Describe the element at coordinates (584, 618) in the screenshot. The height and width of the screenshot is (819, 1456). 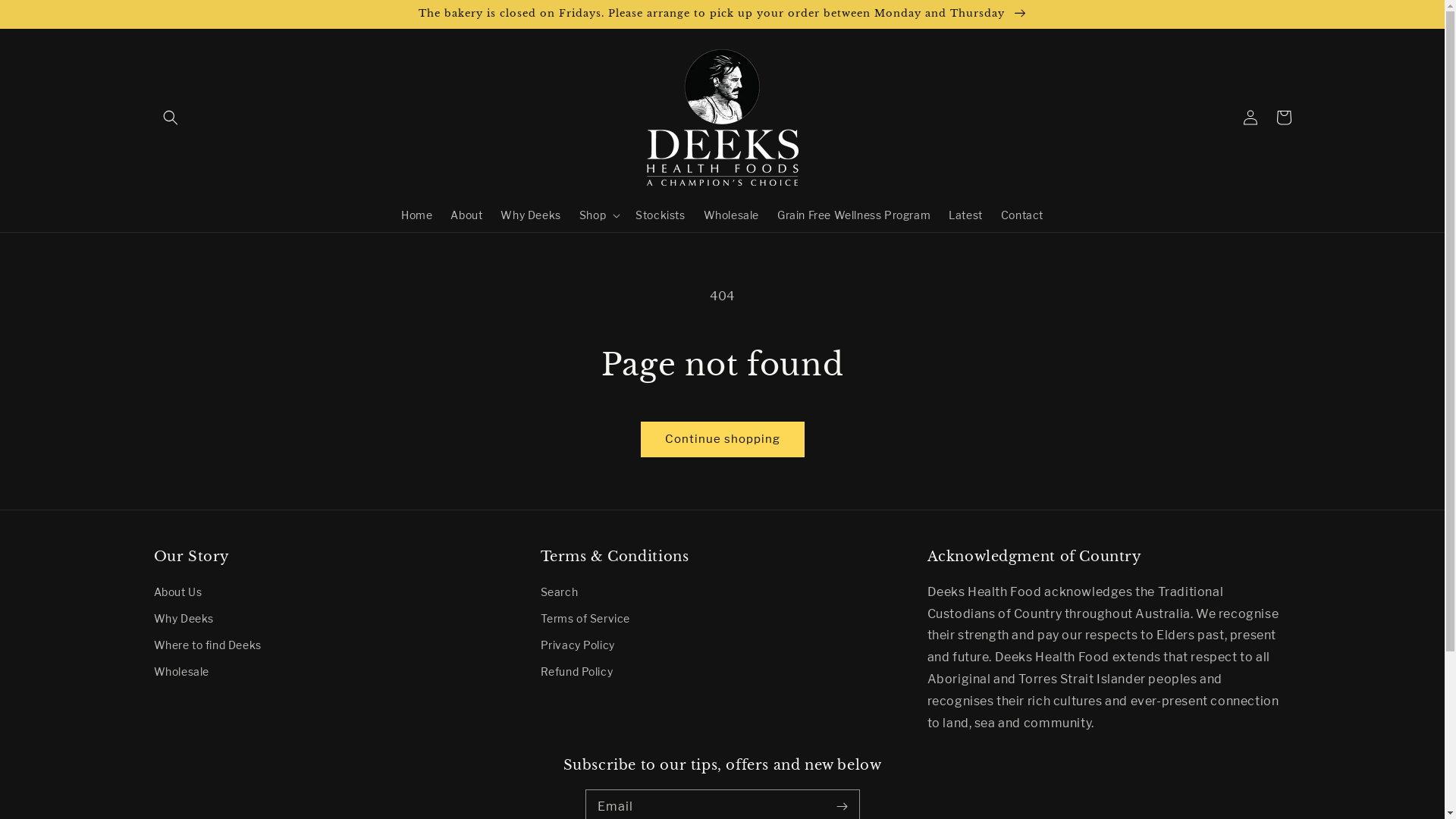
I see `'Terms of Service'` at that location.